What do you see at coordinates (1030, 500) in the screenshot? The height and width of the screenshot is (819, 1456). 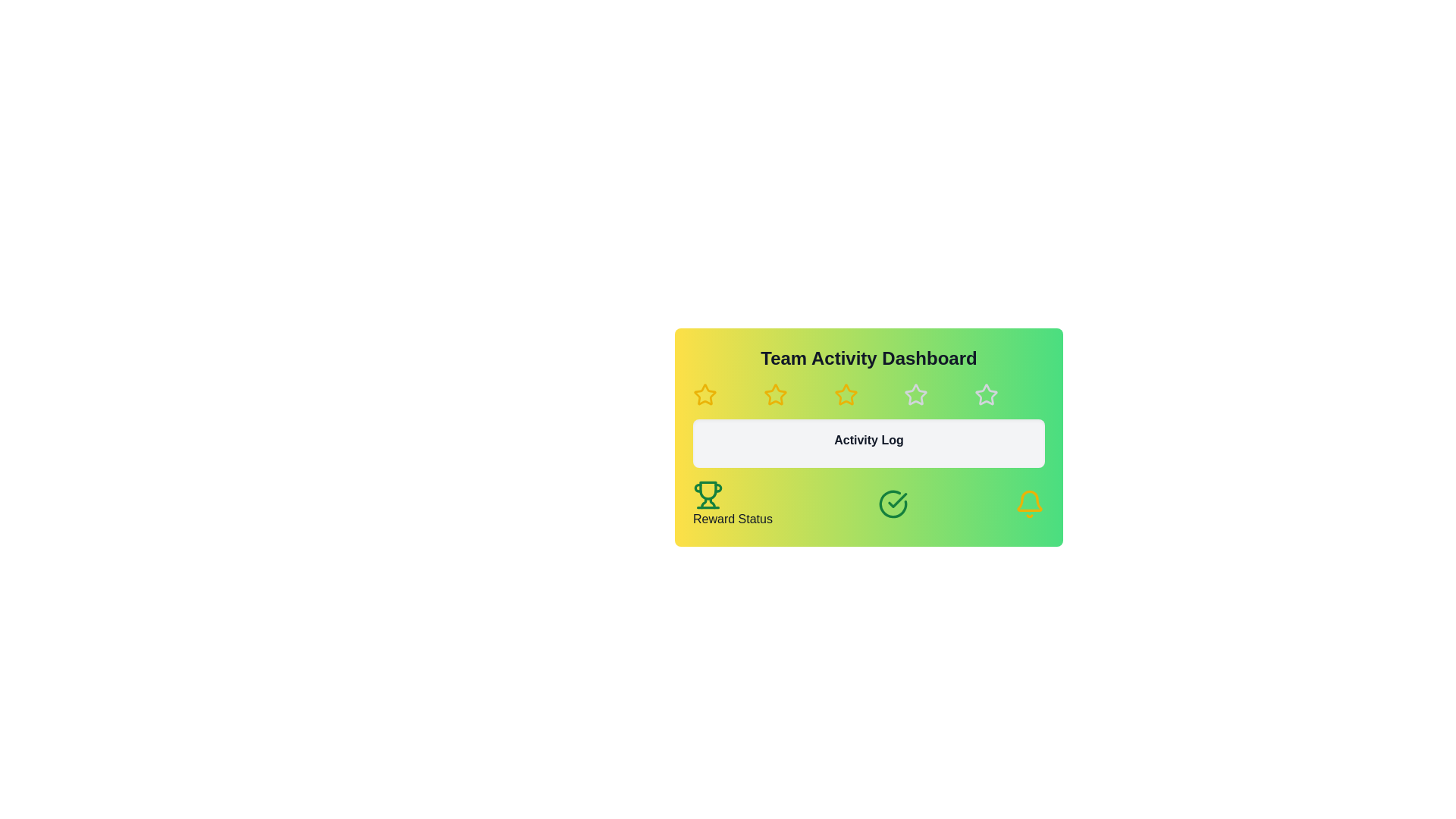 I see `the notification icon located at the bottom-right corner of the 'Team Activity Dashboard' panel, which serves as a visual indicator for alerts` at bounding box center [1030, 500].